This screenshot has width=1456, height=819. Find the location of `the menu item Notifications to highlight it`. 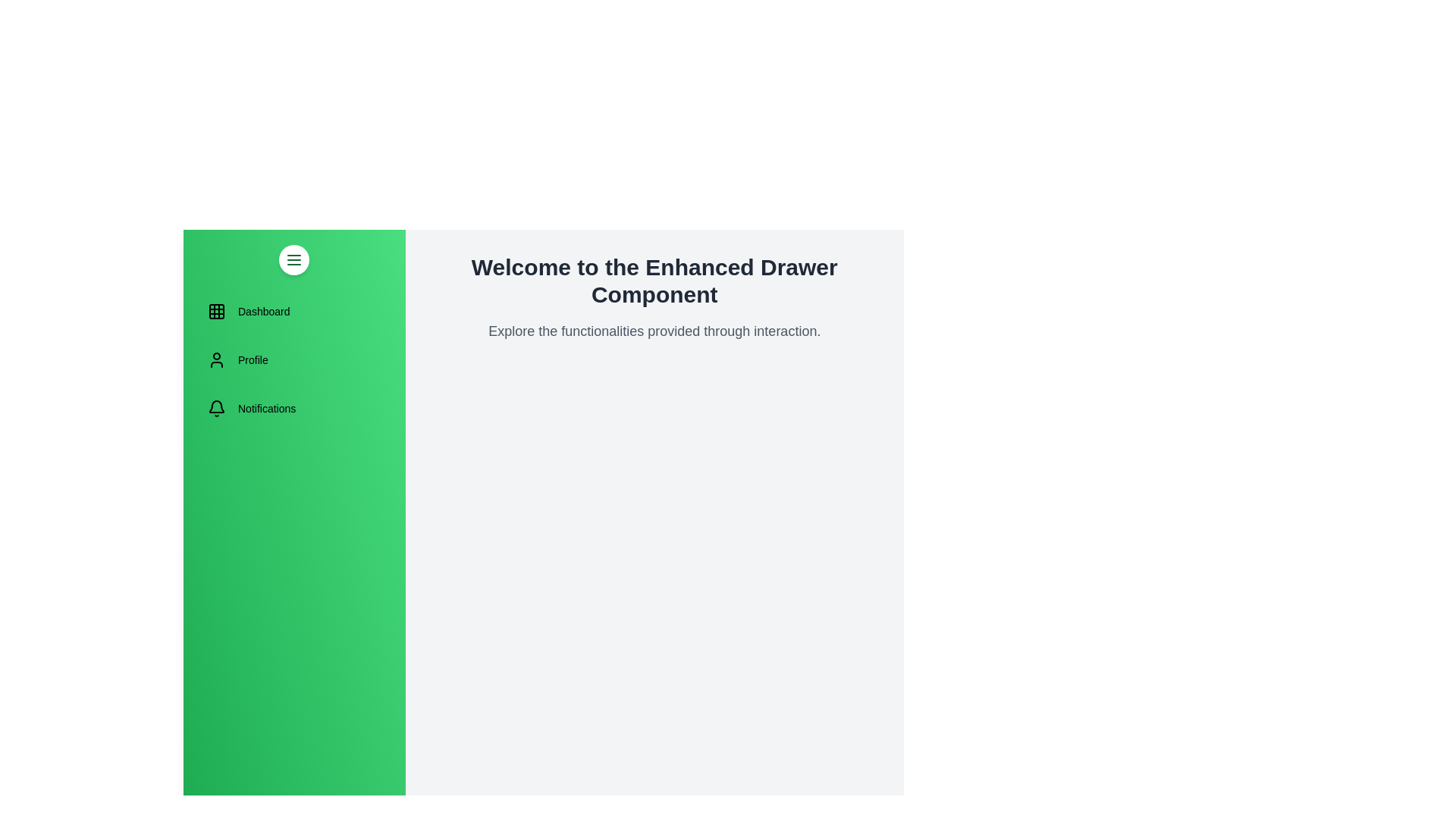

the menu item Notifications to highlight it is located at coordinates (294, 408).